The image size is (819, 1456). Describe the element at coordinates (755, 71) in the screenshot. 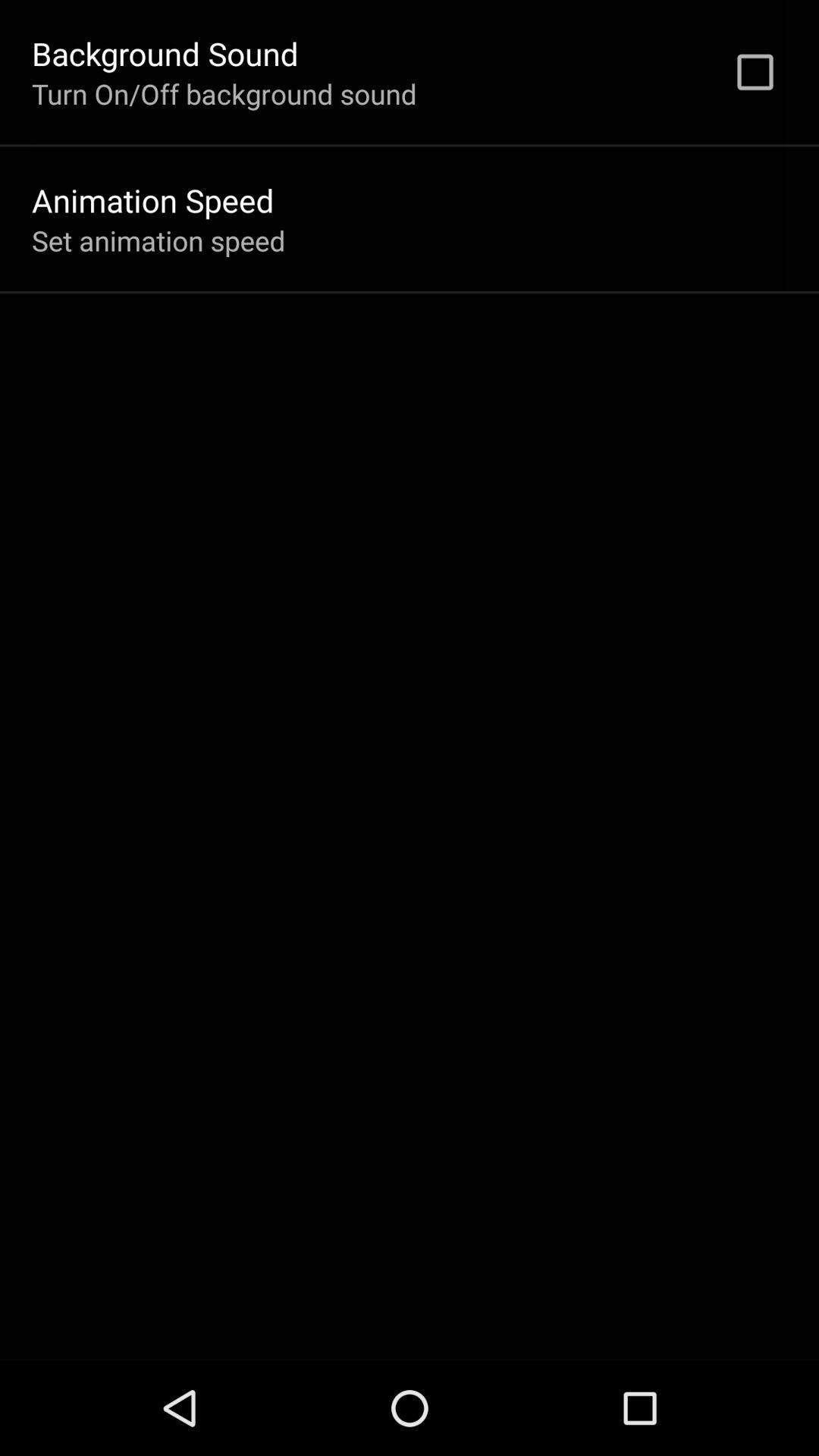

I see `app next to turn on off item` at that location.